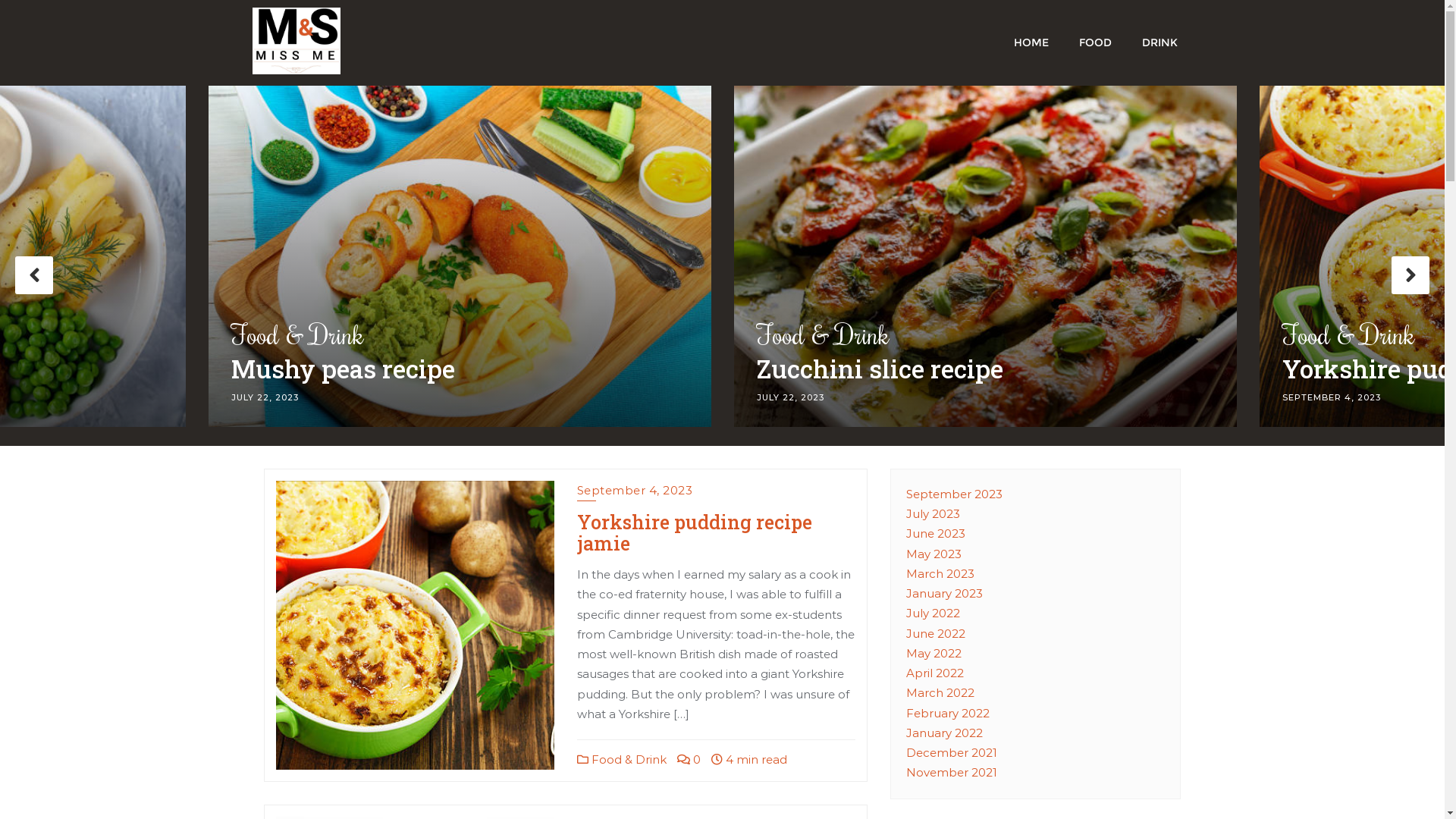 Image resolution: width=1456 pixels, height=819 pixels. What do you see at coordinates (33, 275) in the screenshot?
I see `'Previous'` at bounding box center [33, 275].